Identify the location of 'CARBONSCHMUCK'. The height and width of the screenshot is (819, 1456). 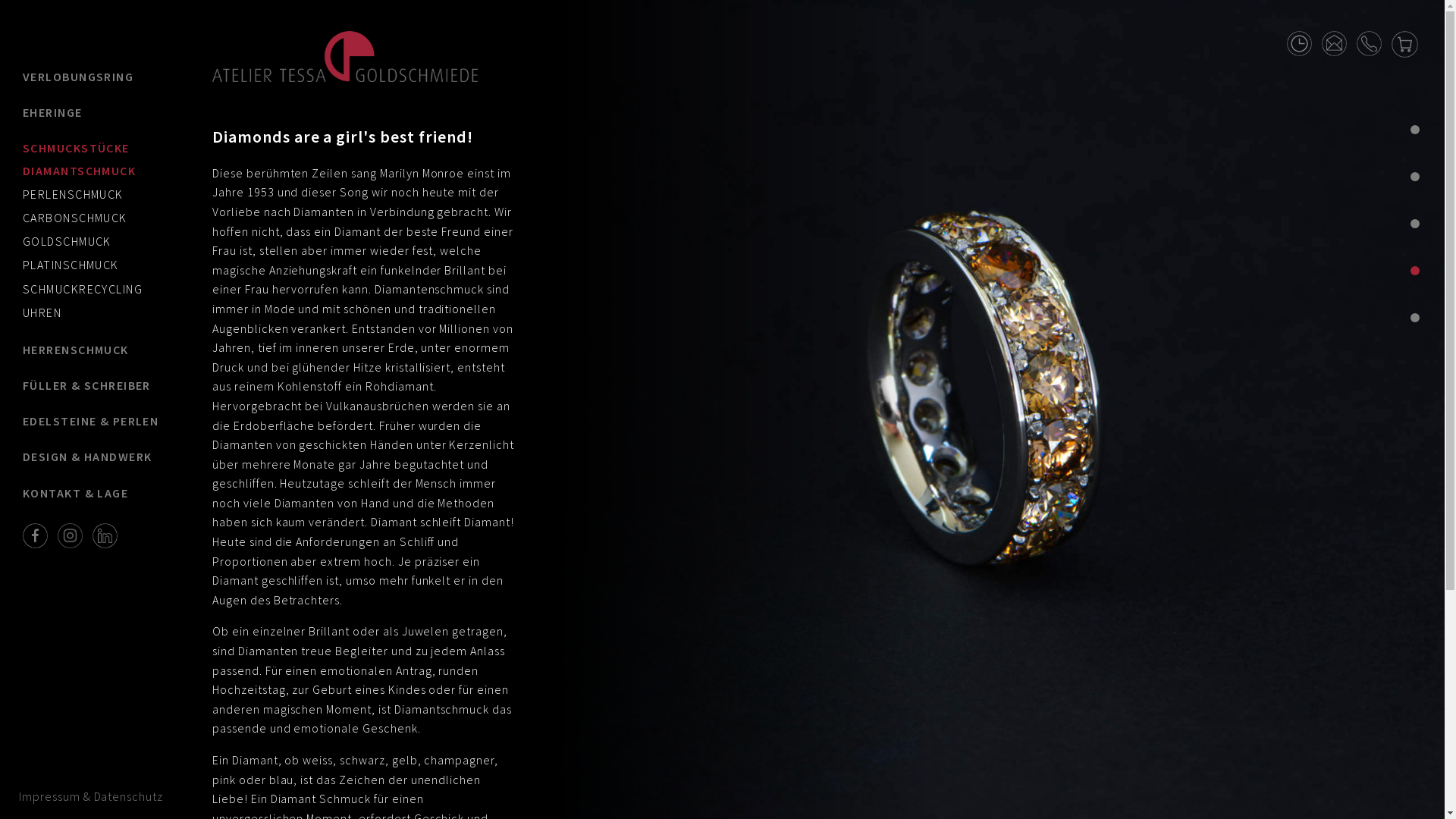
(74, 217).